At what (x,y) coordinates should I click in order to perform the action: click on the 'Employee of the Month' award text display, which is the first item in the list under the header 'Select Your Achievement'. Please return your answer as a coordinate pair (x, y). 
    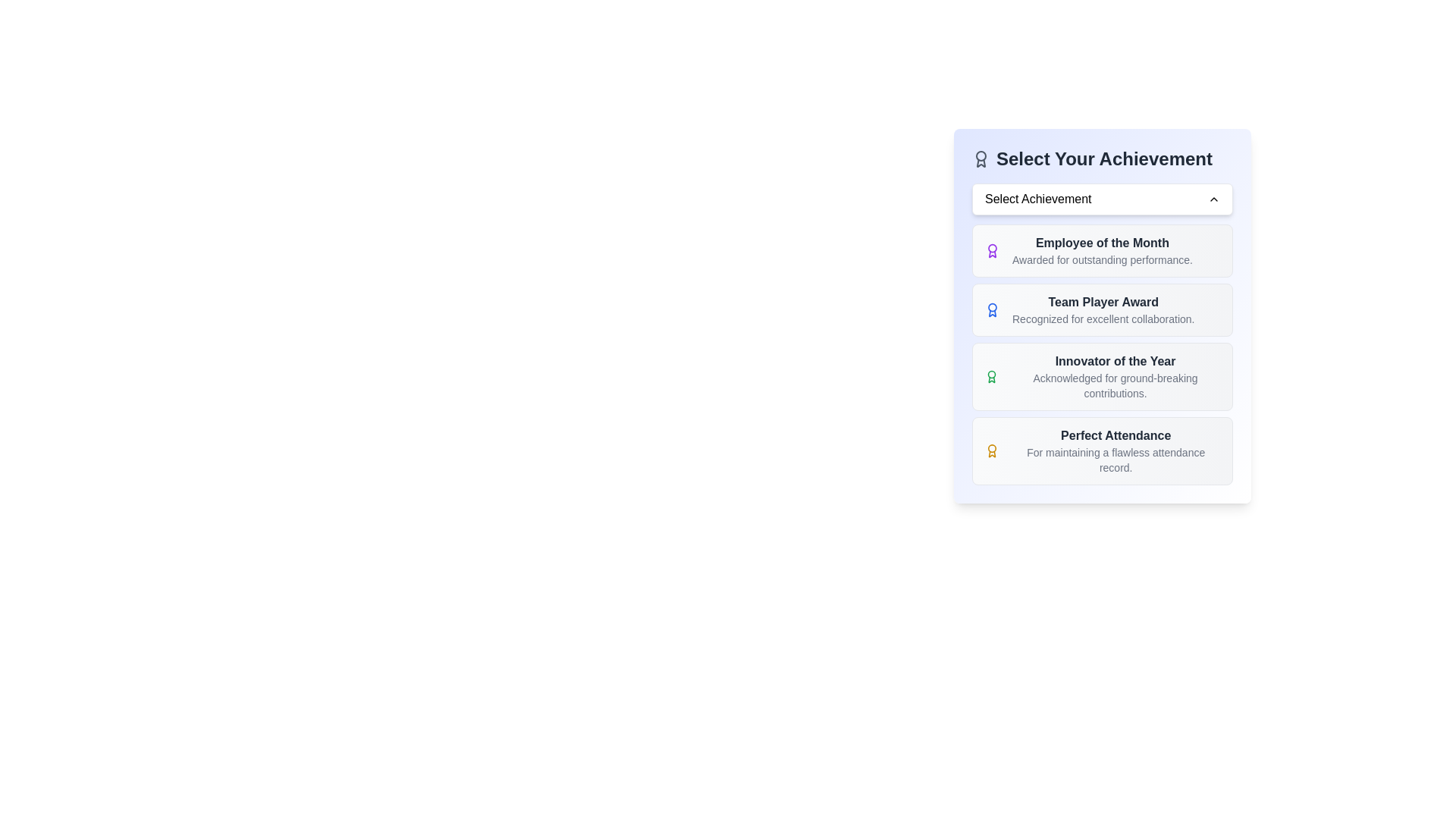
    Looking at the image, I should click on (1103, 250).